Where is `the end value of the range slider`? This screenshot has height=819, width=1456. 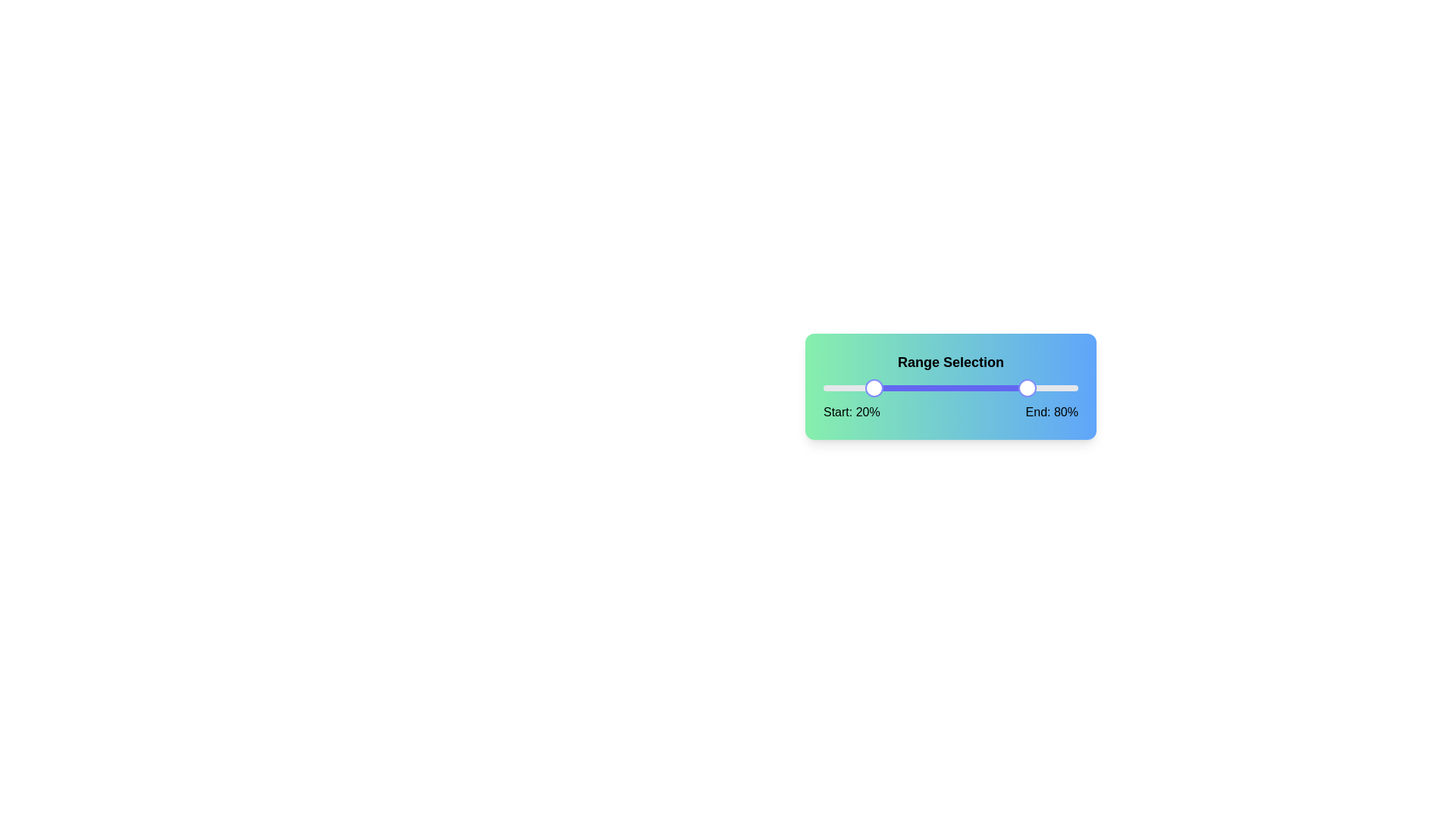 the end value of the range slider is located at coordinates (992, 388).